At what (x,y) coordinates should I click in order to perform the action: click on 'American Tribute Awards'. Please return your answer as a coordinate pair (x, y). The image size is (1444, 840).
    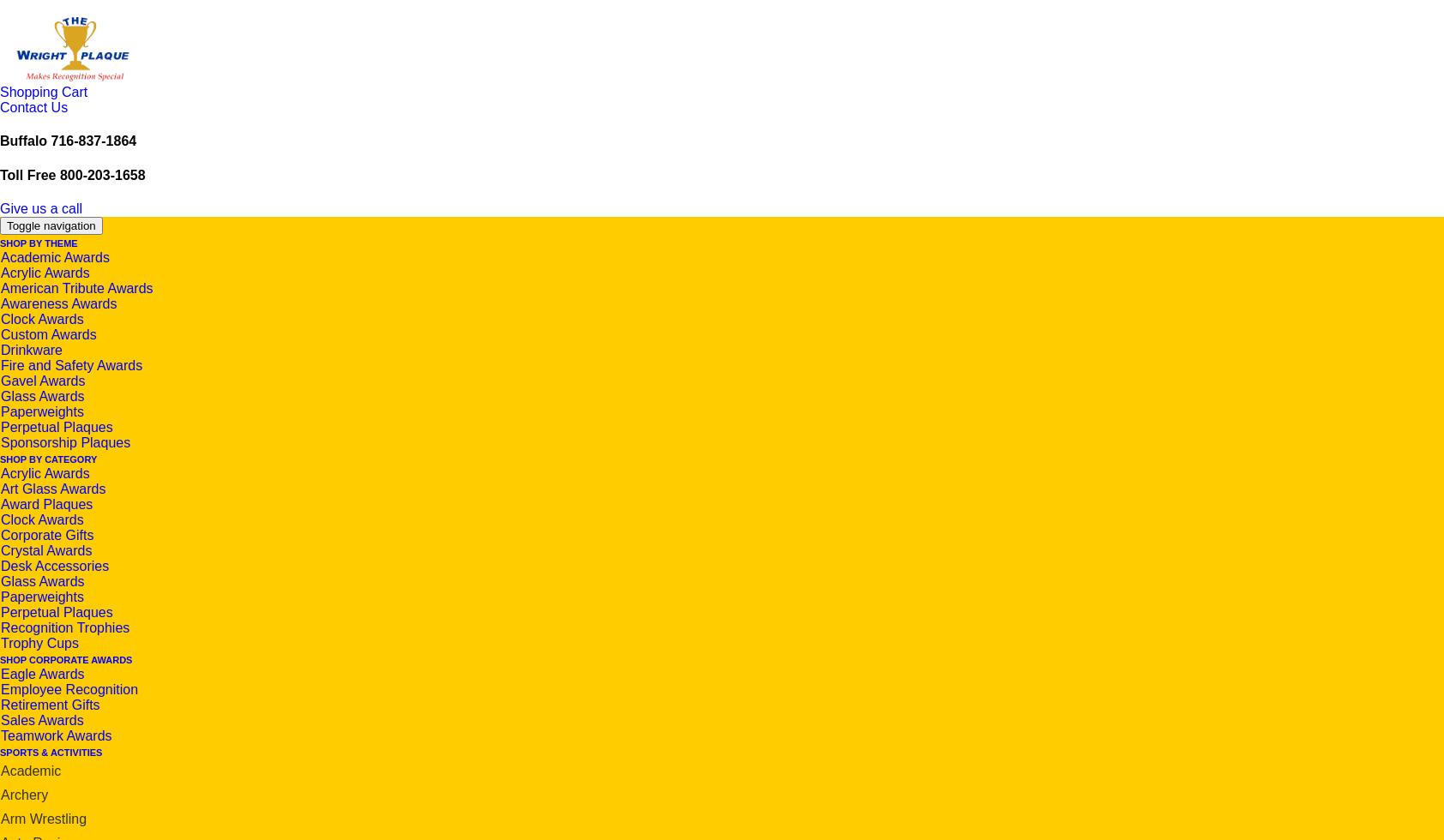
    Looking at the image, I should click on (75, 287).